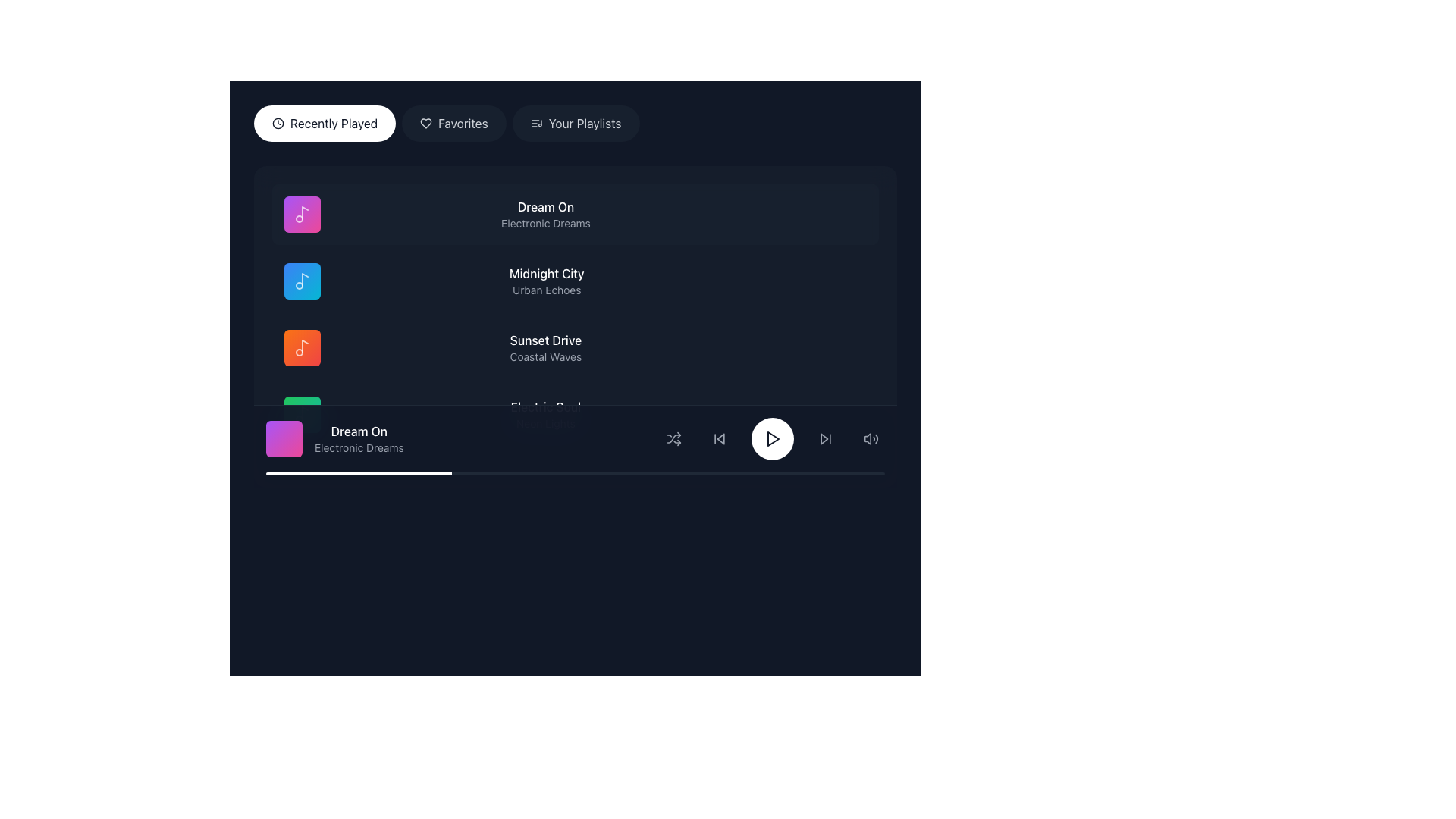  I want to click on the circular button with a speaker icon and sound waves located at the far right of the control buttons, so click(871, 438).